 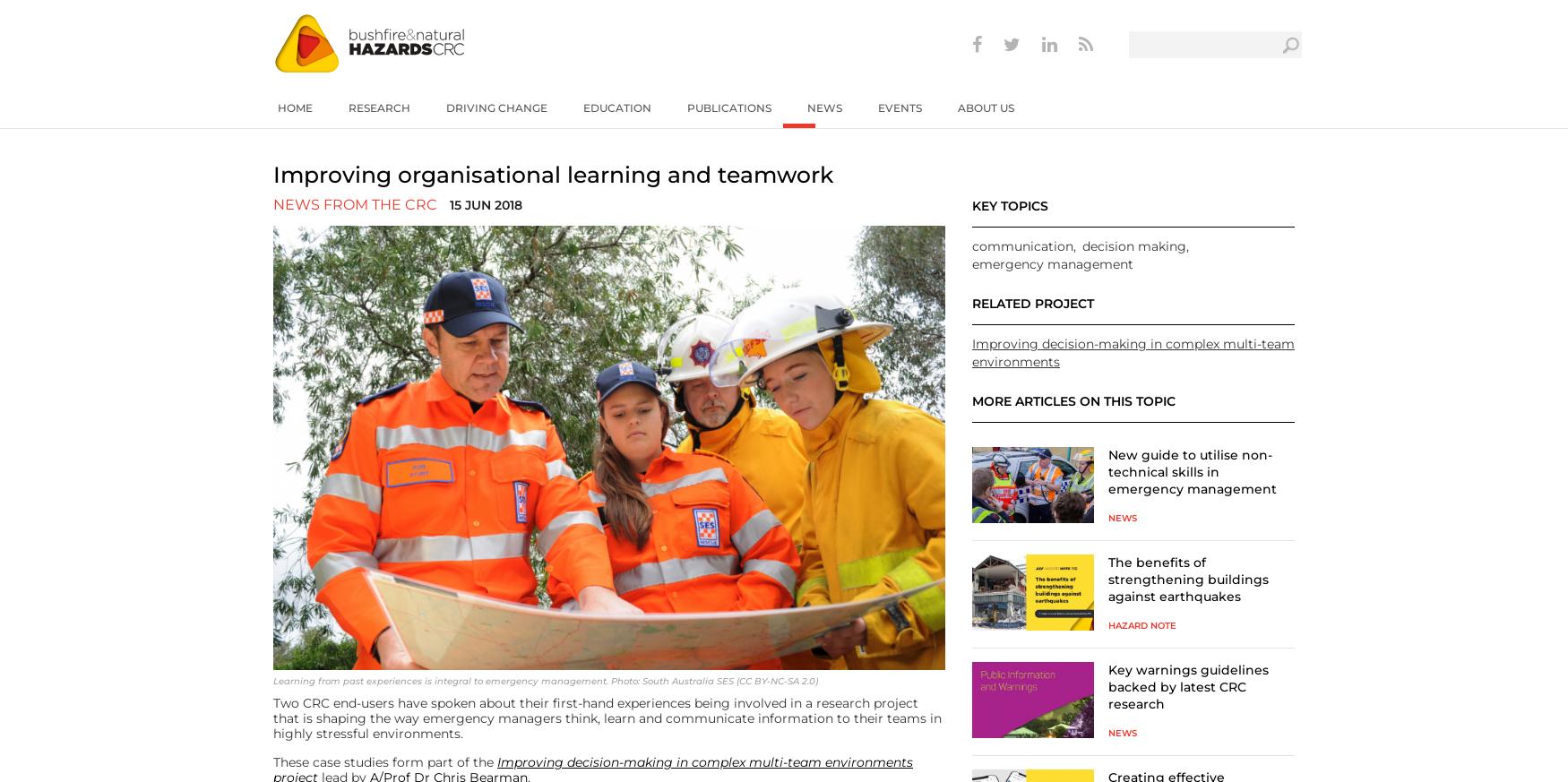 What do you see at coordinates (1021, 245) in the screenshot?
I see `'communication'` at bounding box center [1021, 245].